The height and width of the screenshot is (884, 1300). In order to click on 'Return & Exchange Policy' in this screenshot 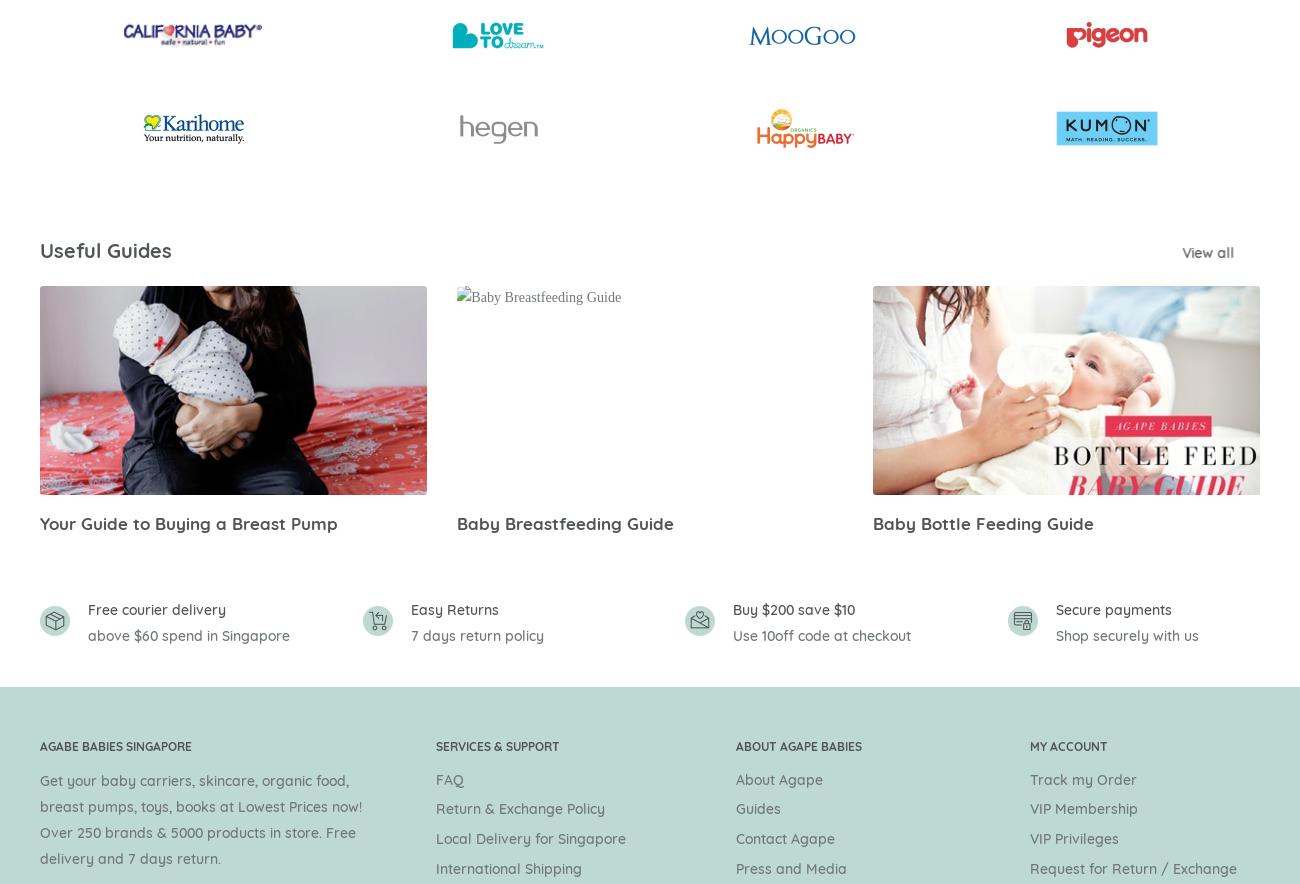, I will do `click(520, 808)`.